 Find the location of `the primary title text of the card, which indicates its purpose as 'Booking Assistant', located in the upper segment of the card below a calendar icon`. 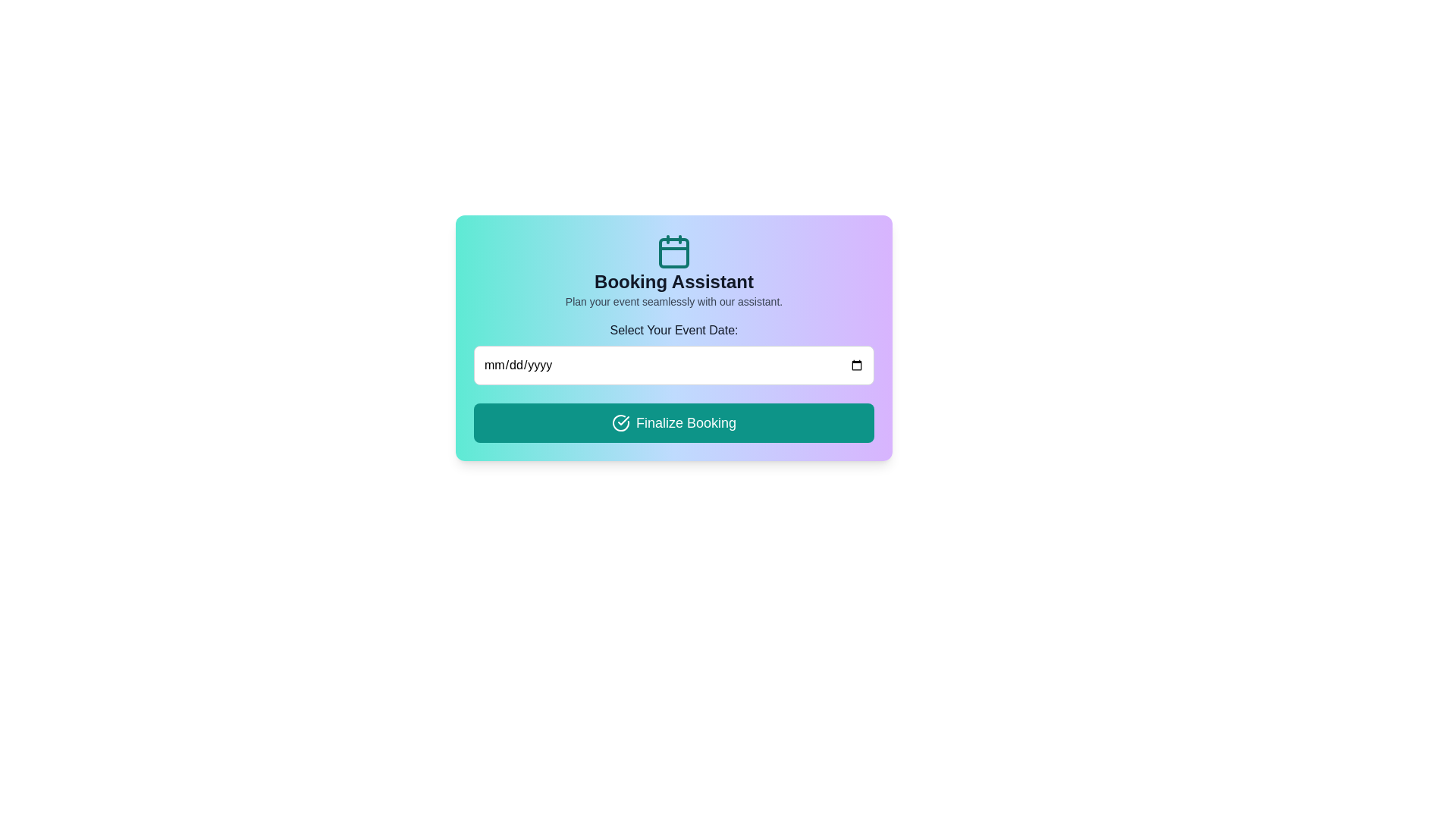

the primary title text of the card, which indicates its purpose as 'Booking Assistant', located in the upper segment of the card below a calendar icon is located at coordinates (673, 281).